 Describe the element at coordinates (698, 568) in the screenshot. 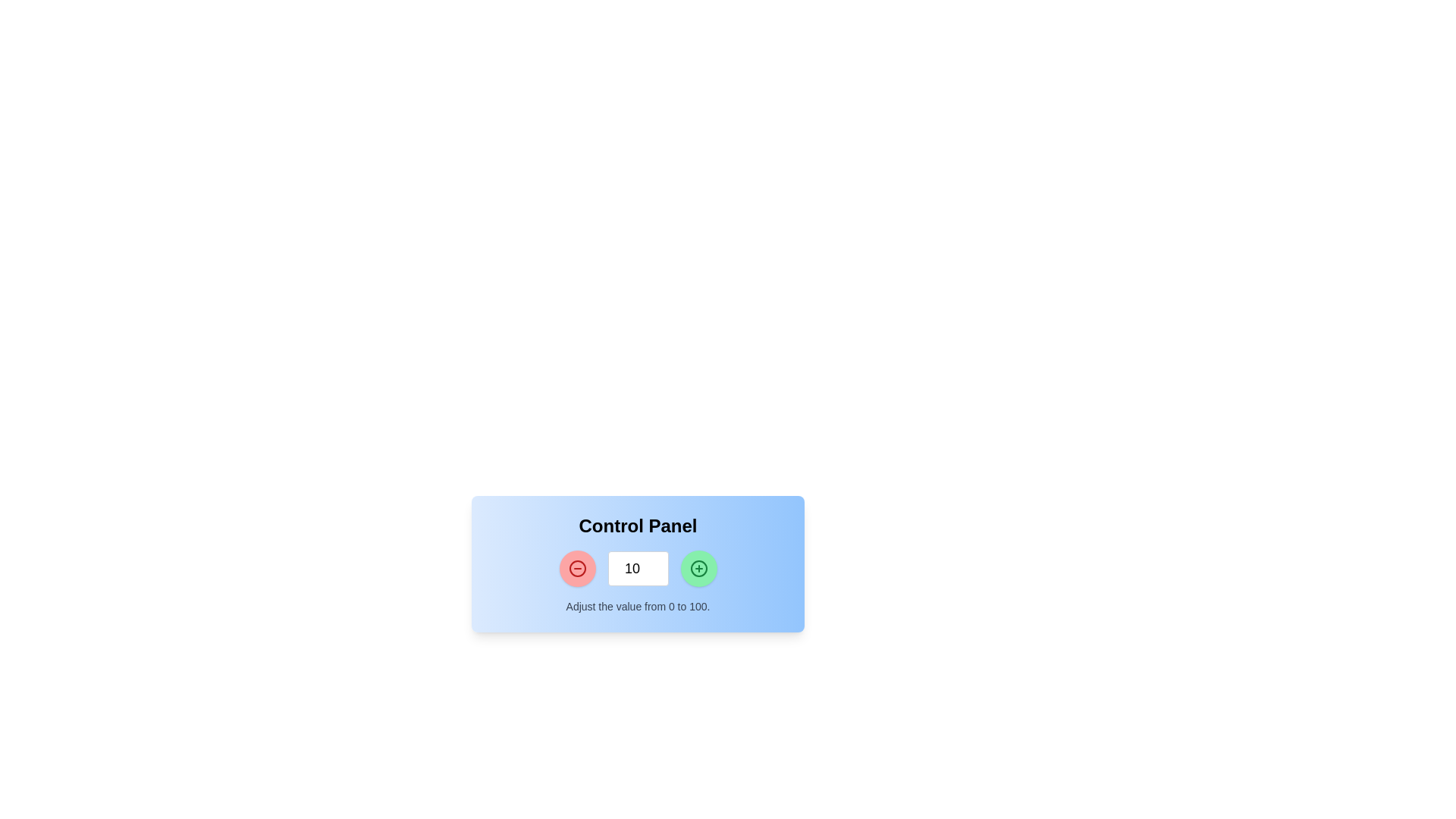

I see `the increment button located to the right of the numeric input field in the control panel interface` at that location.